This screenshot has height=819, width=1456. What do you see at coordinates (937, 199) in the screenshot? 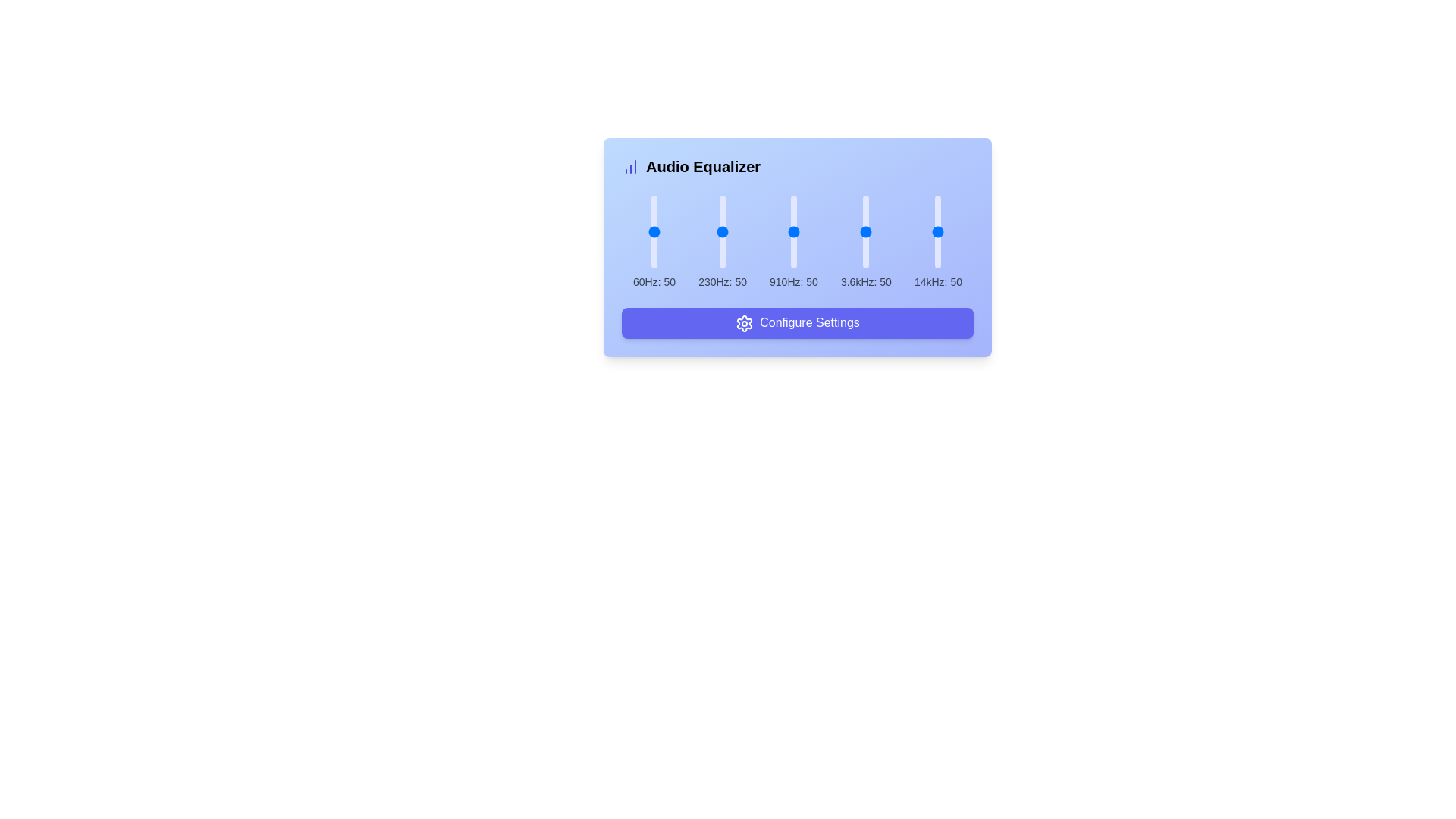
I see `the slider value` at bounding box center [937, 199].